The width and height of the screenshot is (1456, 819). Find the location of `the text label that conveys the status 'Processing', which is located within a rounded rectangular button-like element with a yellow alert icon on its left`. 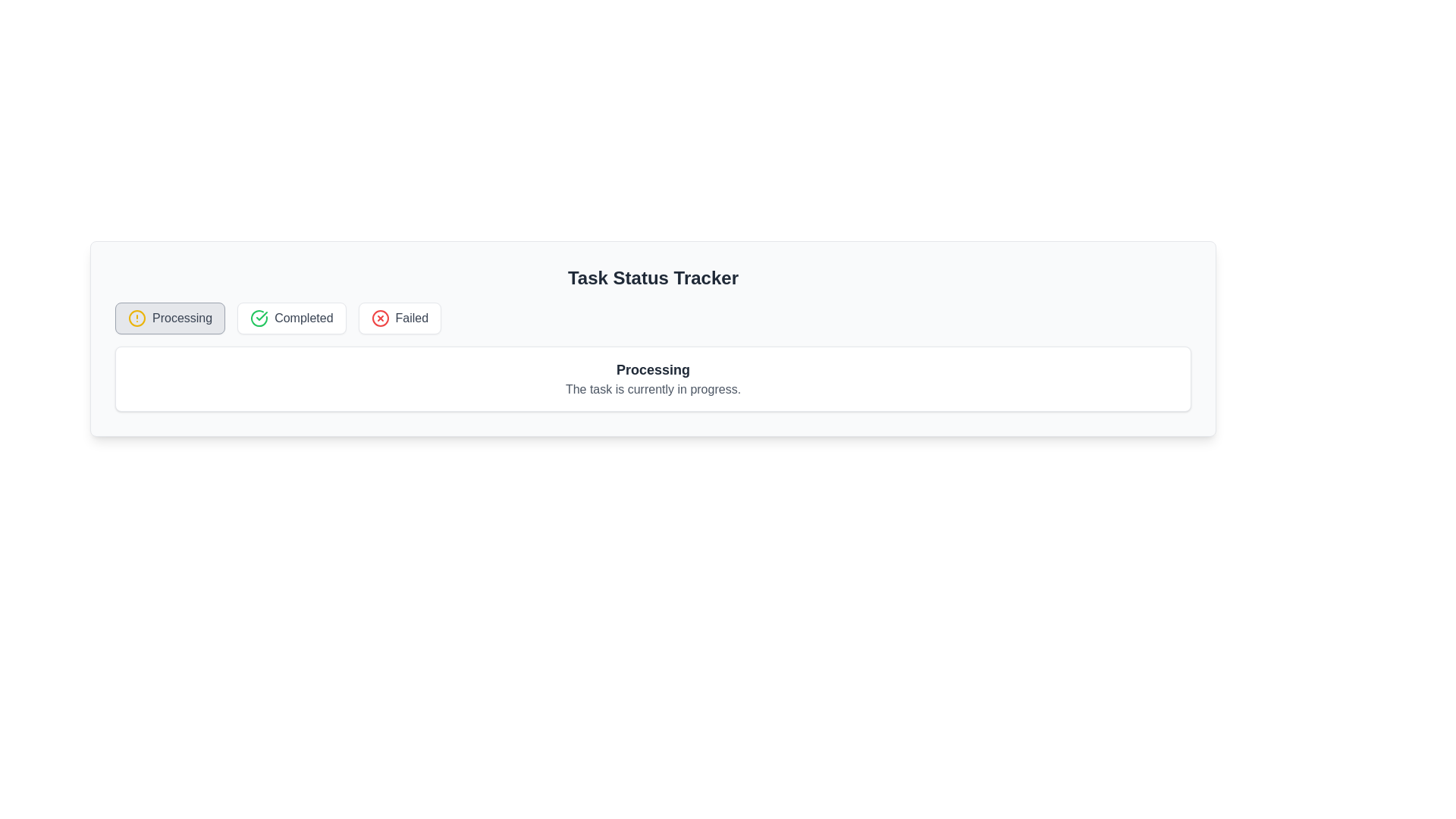

the text label that conveys the status 'Processing', which is located within a rounded rectangular button-like element with a yellow alert icon on its left is located at coordinates (182, 318).